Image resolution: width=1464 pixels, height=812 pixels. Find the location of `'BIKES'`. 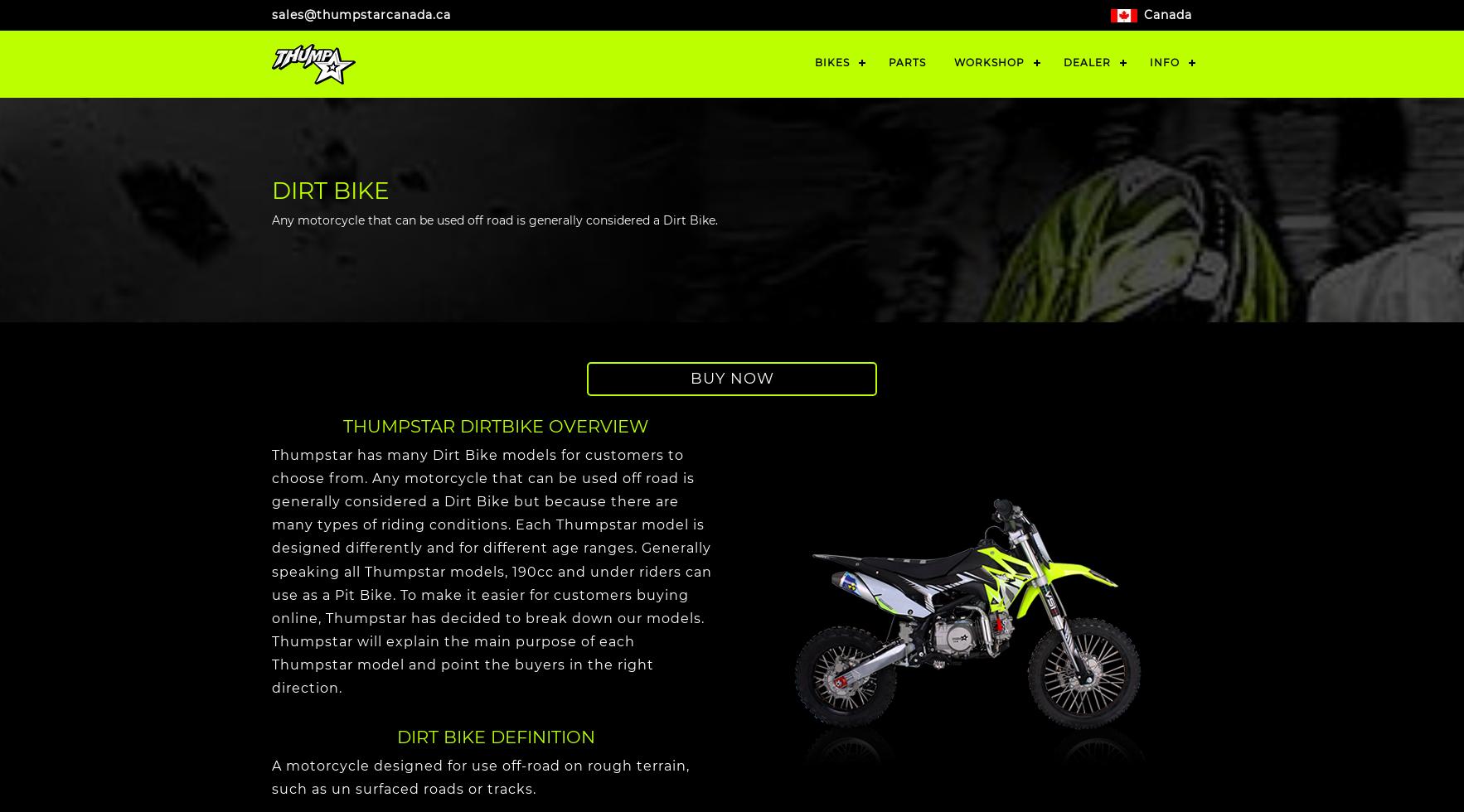

'BIKES' is located at coordinates (831, 62).